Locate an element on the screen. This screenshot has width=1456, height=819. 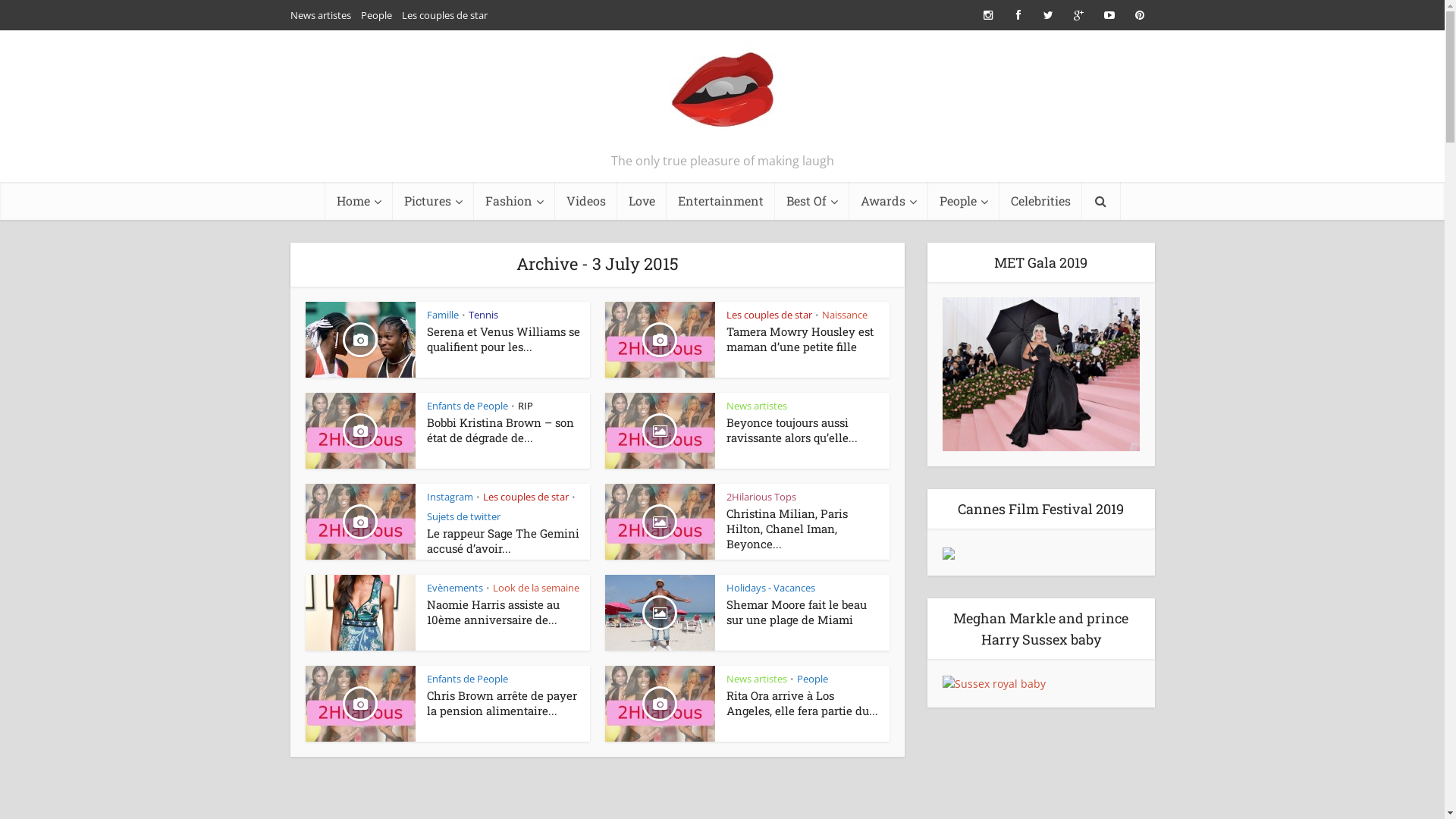
'News artistes' is located at coordinates (290, 14).